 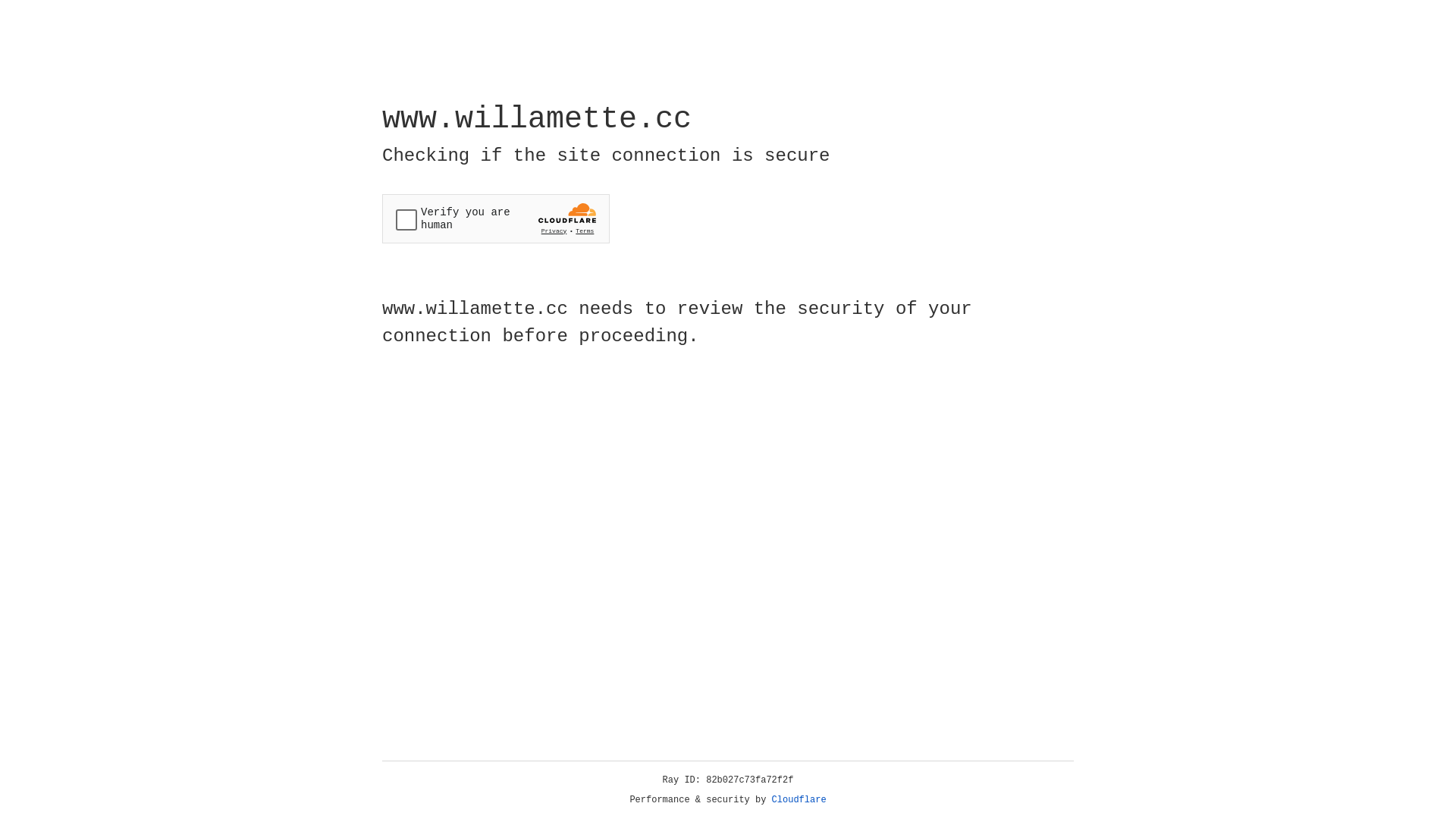 What do you see at coordinates (495, 218) in the screenshot?
I see `'Widget containing a Cloudflare security challenge'` at bounding box center [495, 218].